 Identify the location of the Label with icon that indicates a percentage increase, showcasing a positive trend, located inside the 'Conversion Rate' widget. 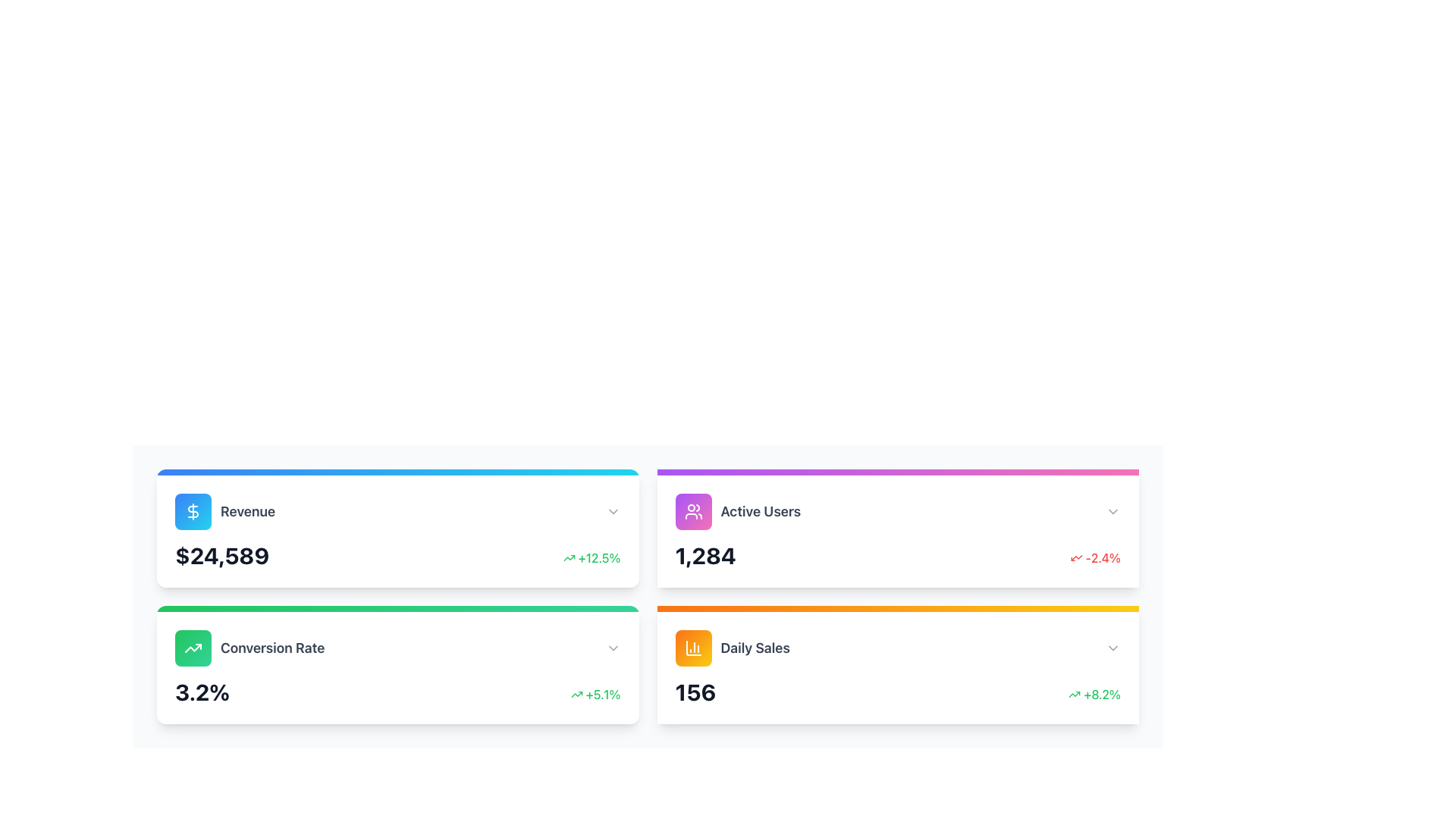
(595, 694).